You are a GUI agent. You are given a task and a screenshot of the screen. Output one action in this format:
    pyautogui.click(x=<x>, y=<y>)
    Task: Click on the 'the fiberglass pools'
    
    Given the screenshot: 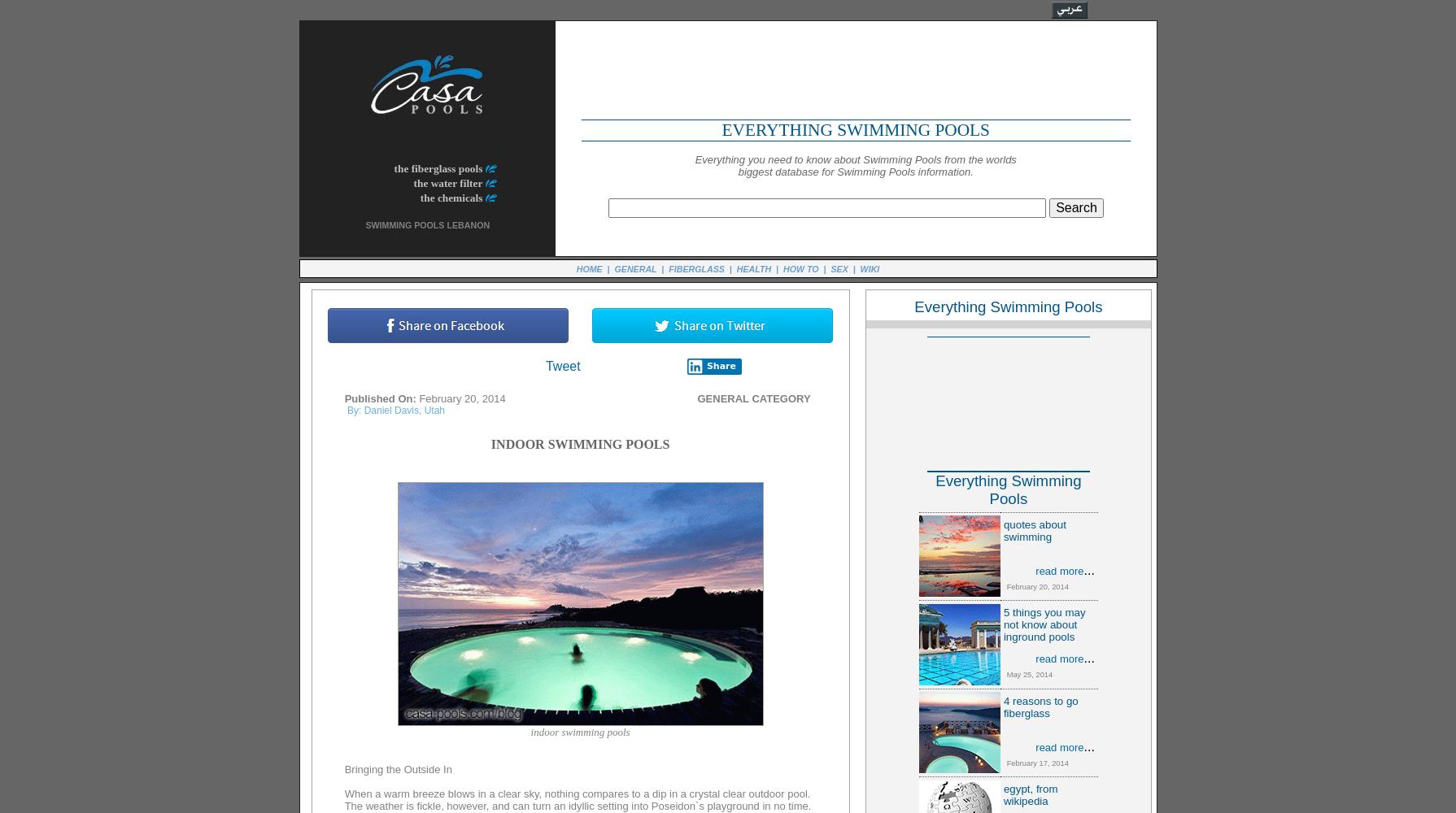 What is the action you would take?
    pyautogui.click(x=437, y=167)
    